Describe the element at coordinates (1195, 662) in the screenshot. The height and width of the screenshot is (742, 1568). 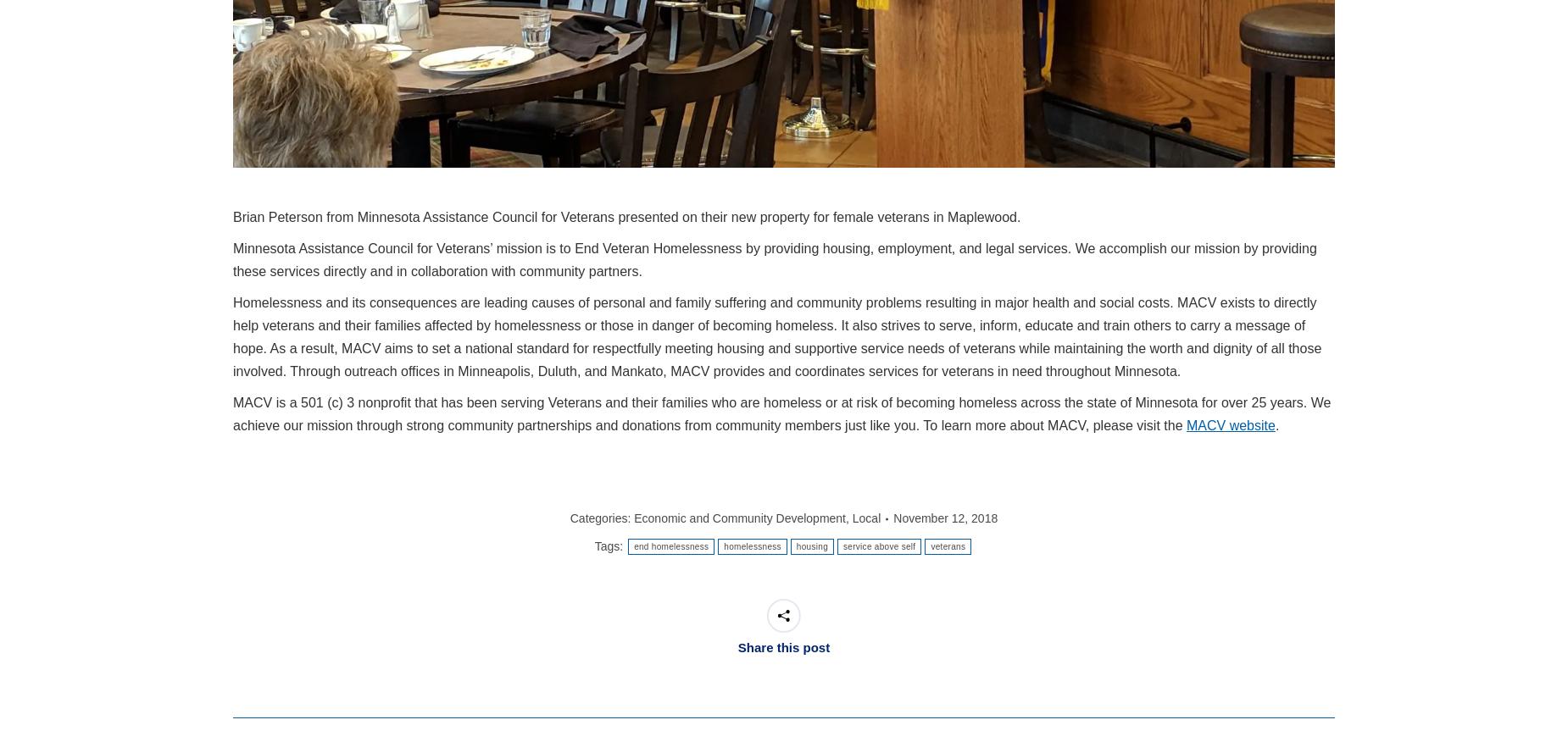
I see `'Zoom'` at that location.